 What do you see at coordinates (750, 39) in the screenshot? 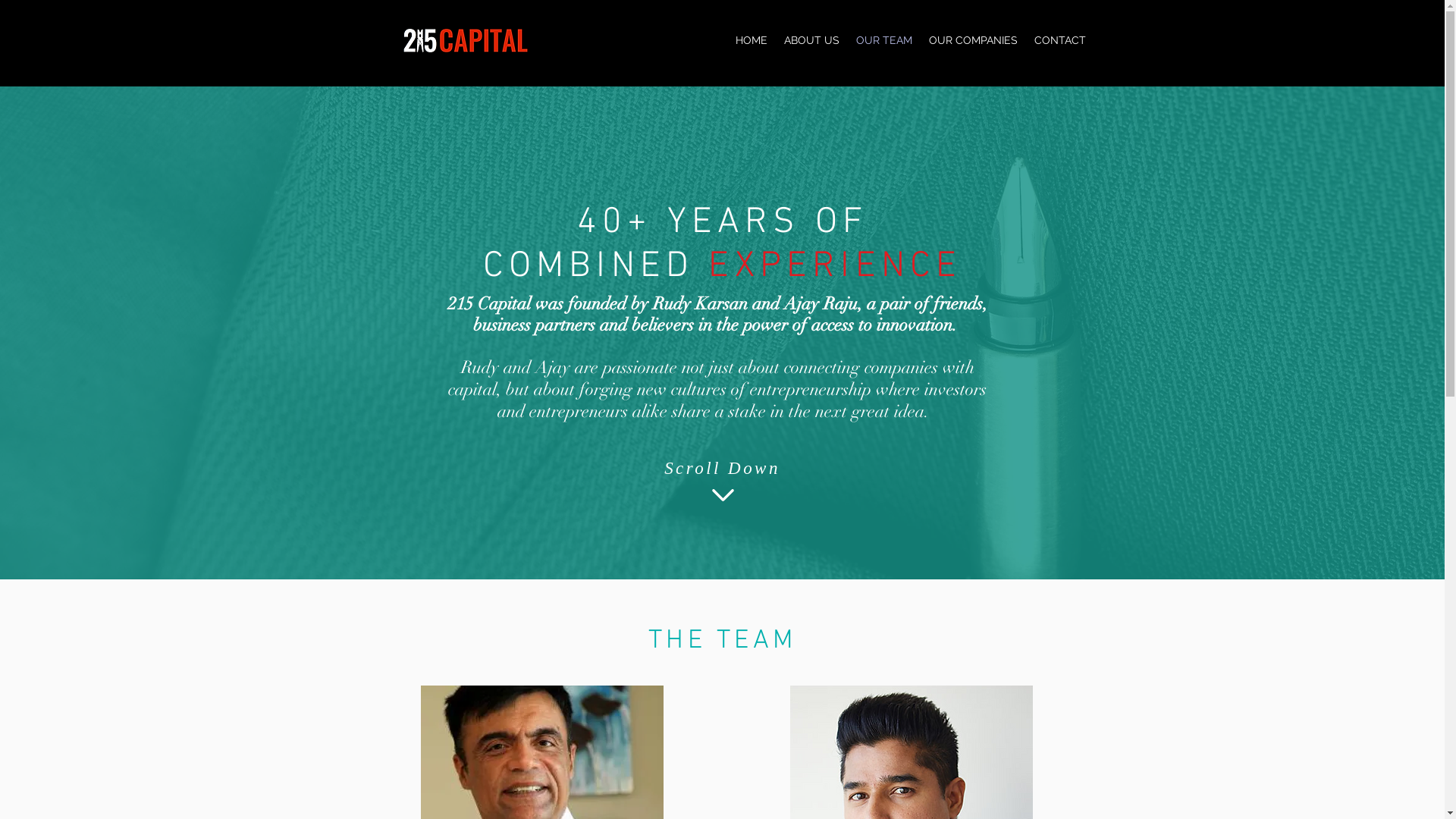
I see `'HOME'` at bounding box center [750, 39].